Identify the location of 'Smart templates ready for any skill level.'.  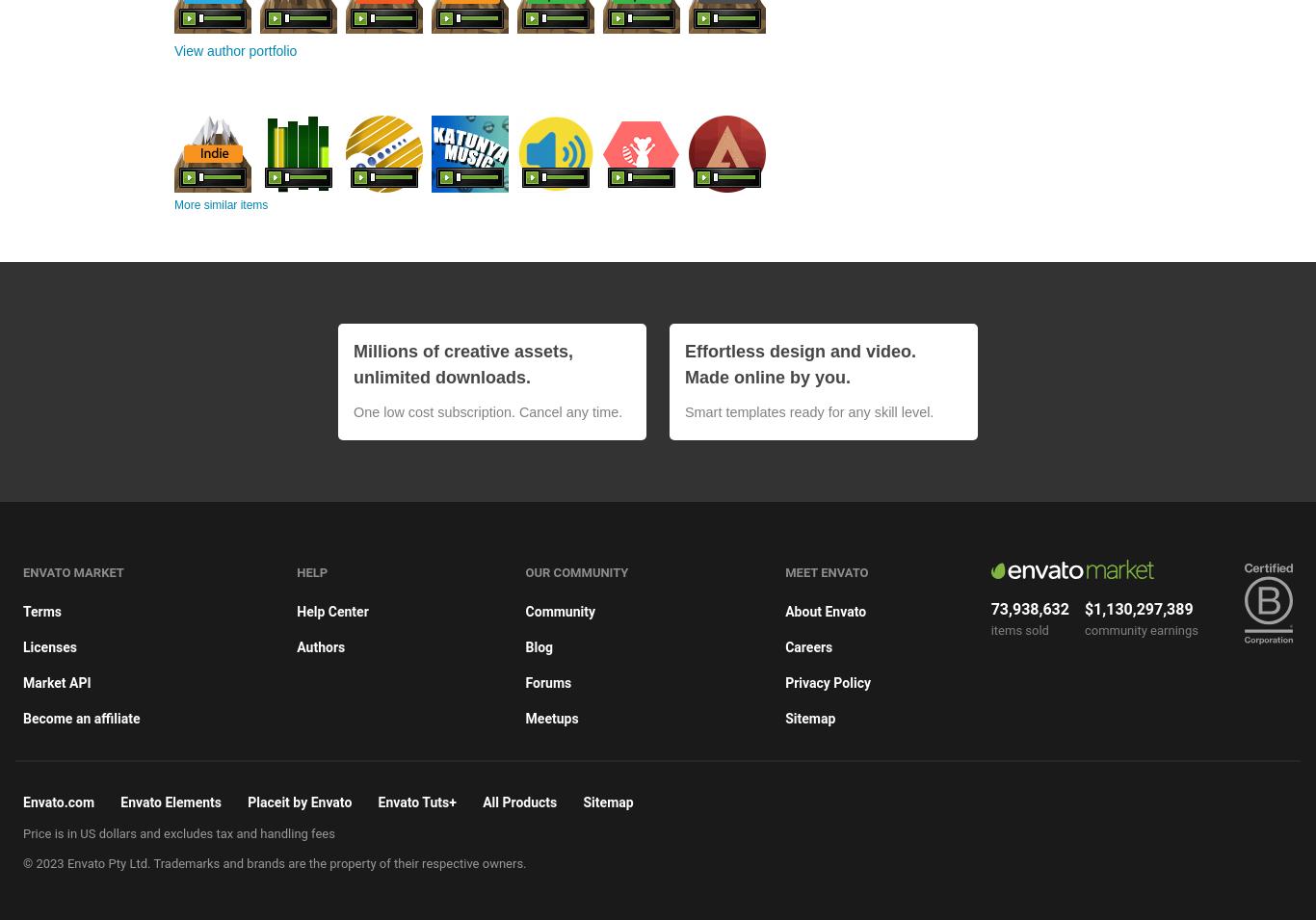
(807, 409).